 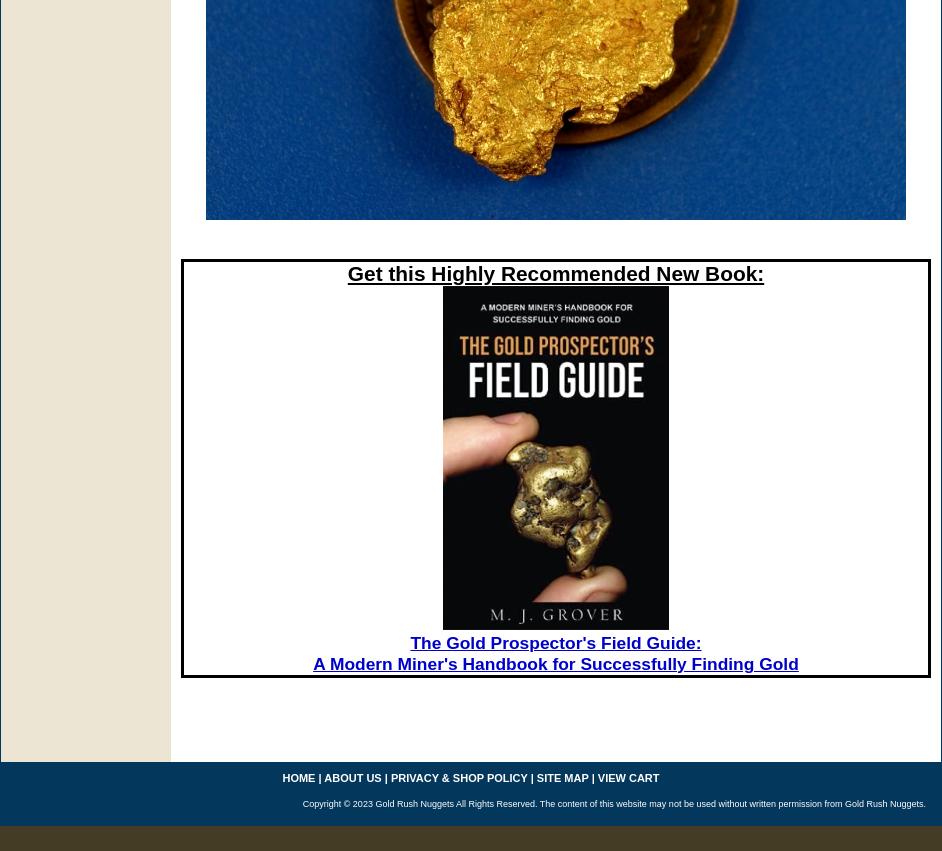 What do you see at coordinates (554, 664) in the screenshot?
I see `'A Modern Miner's Handbook for Successfully Finding Gold'` at bounding box center [554, 664].